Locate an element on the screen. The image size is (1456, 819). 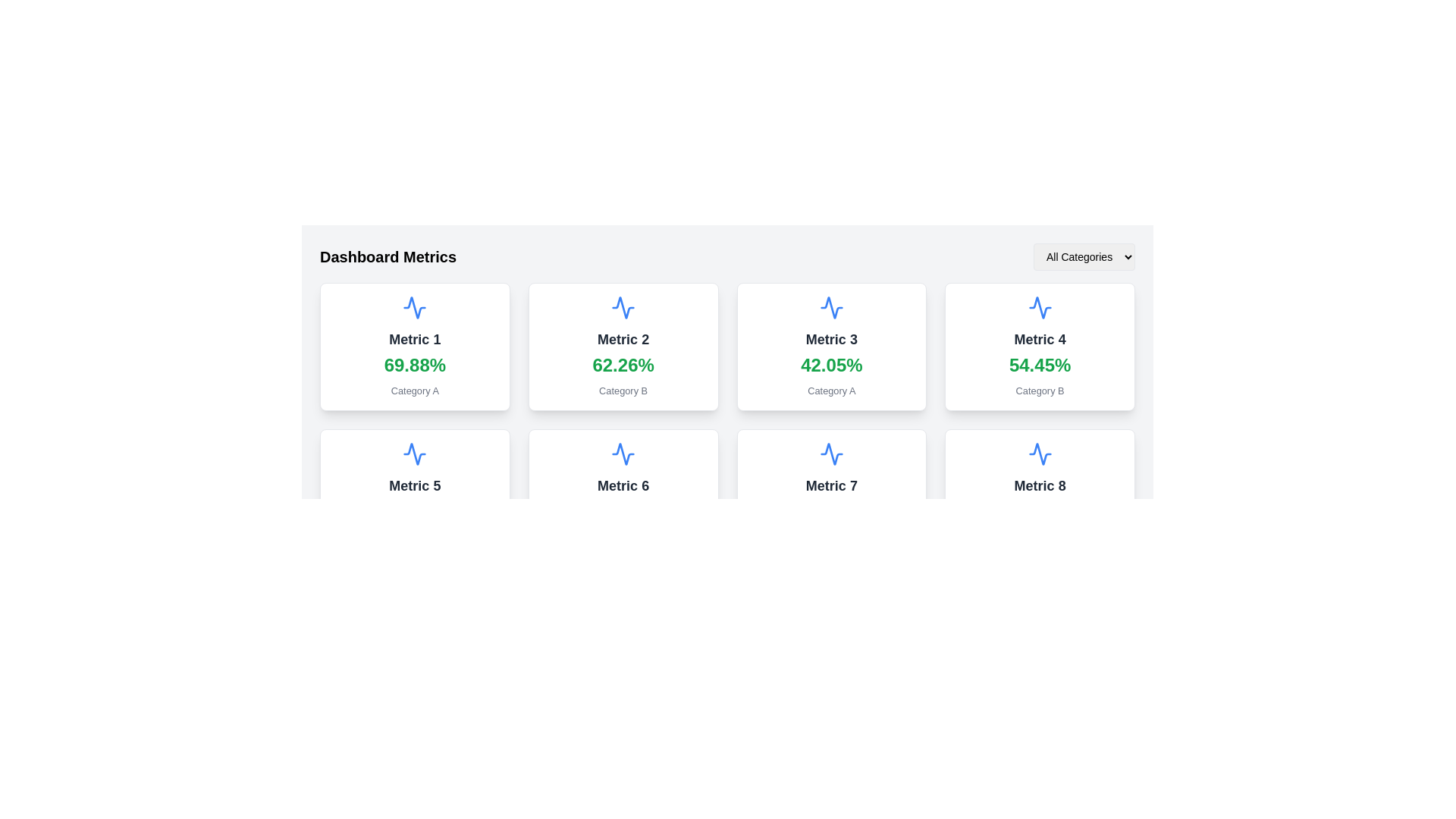
the text label displaying the numerical and percentage value for the monitoring metric located in the third card from the left in the first row, below 'Metric 3' and above 'Category A' is located at coordinates (830, 366).